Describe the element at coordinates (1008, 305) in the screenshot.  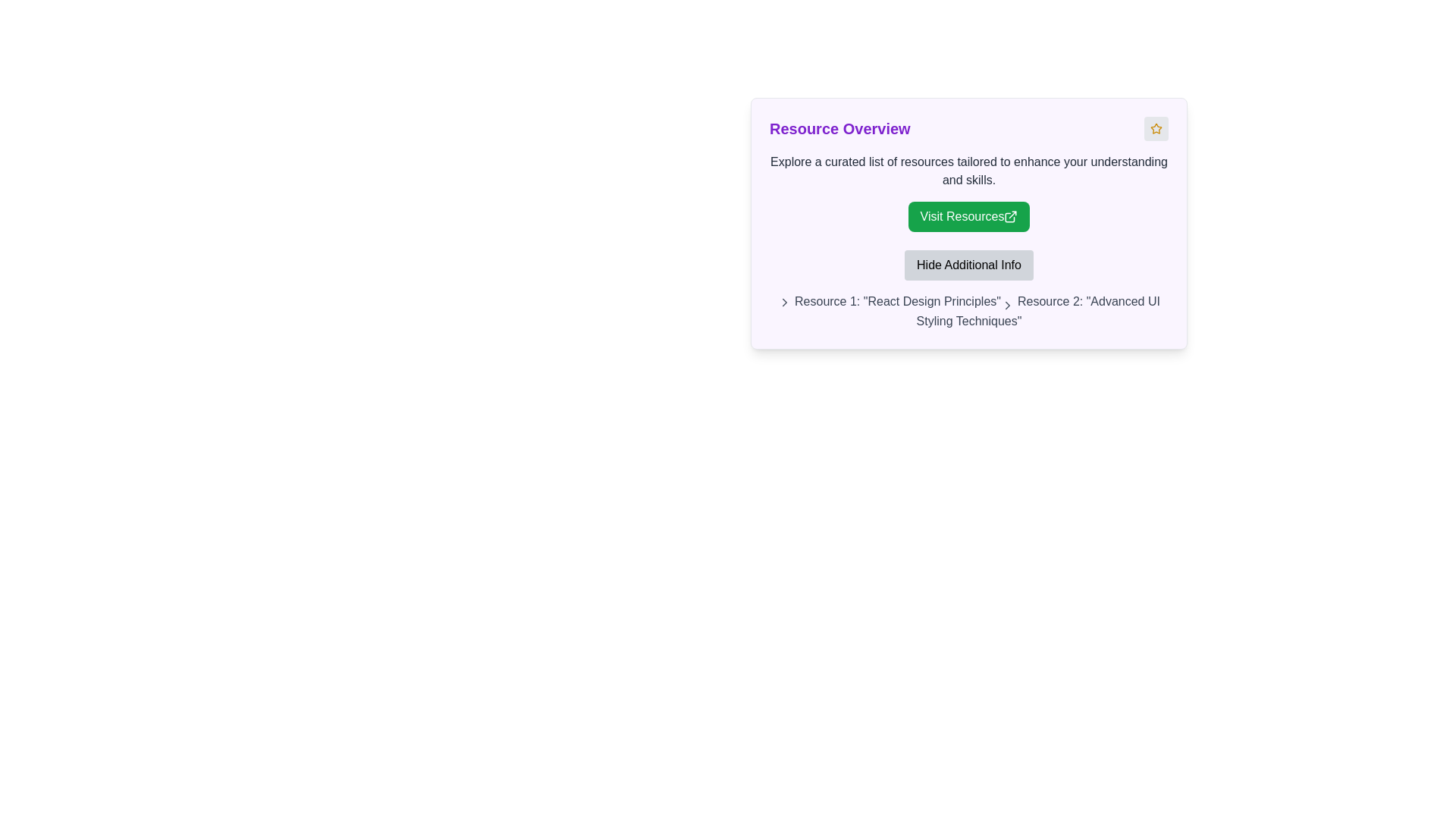
I see `the second chevron icon indicating navigation for 'Resource 2: "Advanced UI Styling Techniques"'` at that location.